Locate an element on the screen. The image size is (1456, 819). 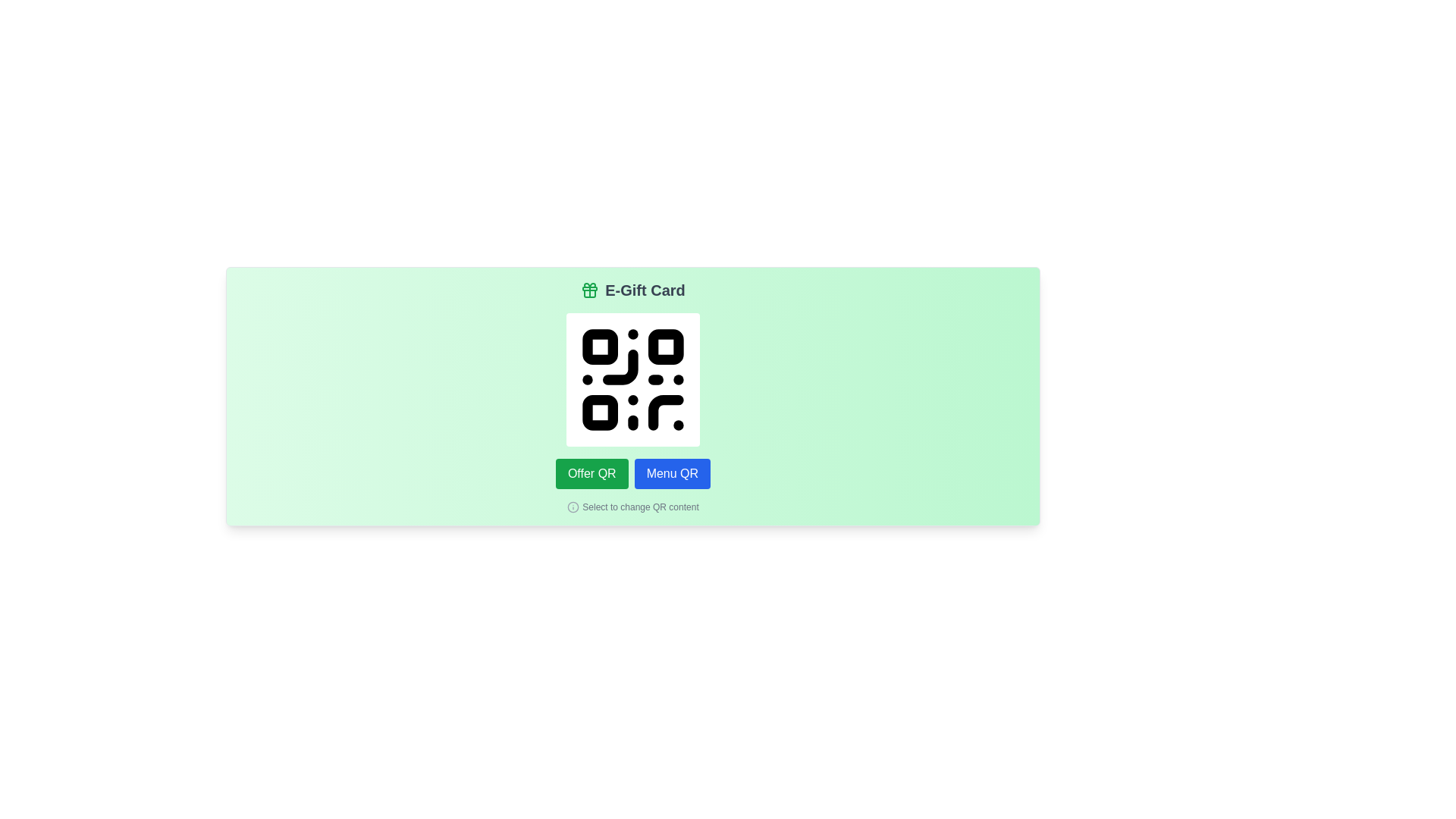
the graphical icon within the QR code, which is positioned slightly left of center and towards the top of the QR code interface is located at coordinates (620, 367).